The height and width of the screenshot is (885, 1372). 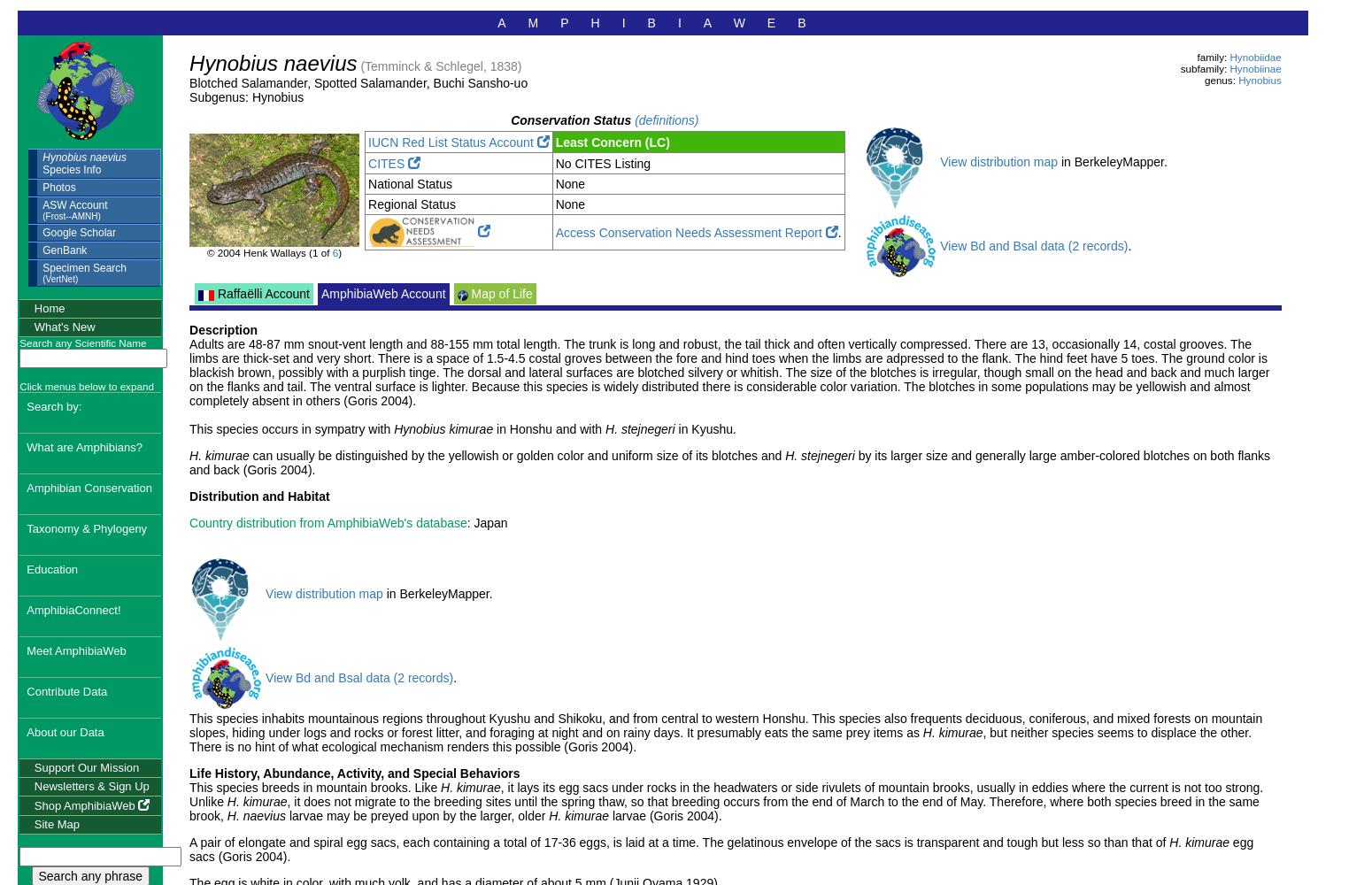 What do you see at coordinates (285, 815) in the screenshot?
I see `'larvae may be preyed upon by the larger, older'` at bounding box center [285, 815].